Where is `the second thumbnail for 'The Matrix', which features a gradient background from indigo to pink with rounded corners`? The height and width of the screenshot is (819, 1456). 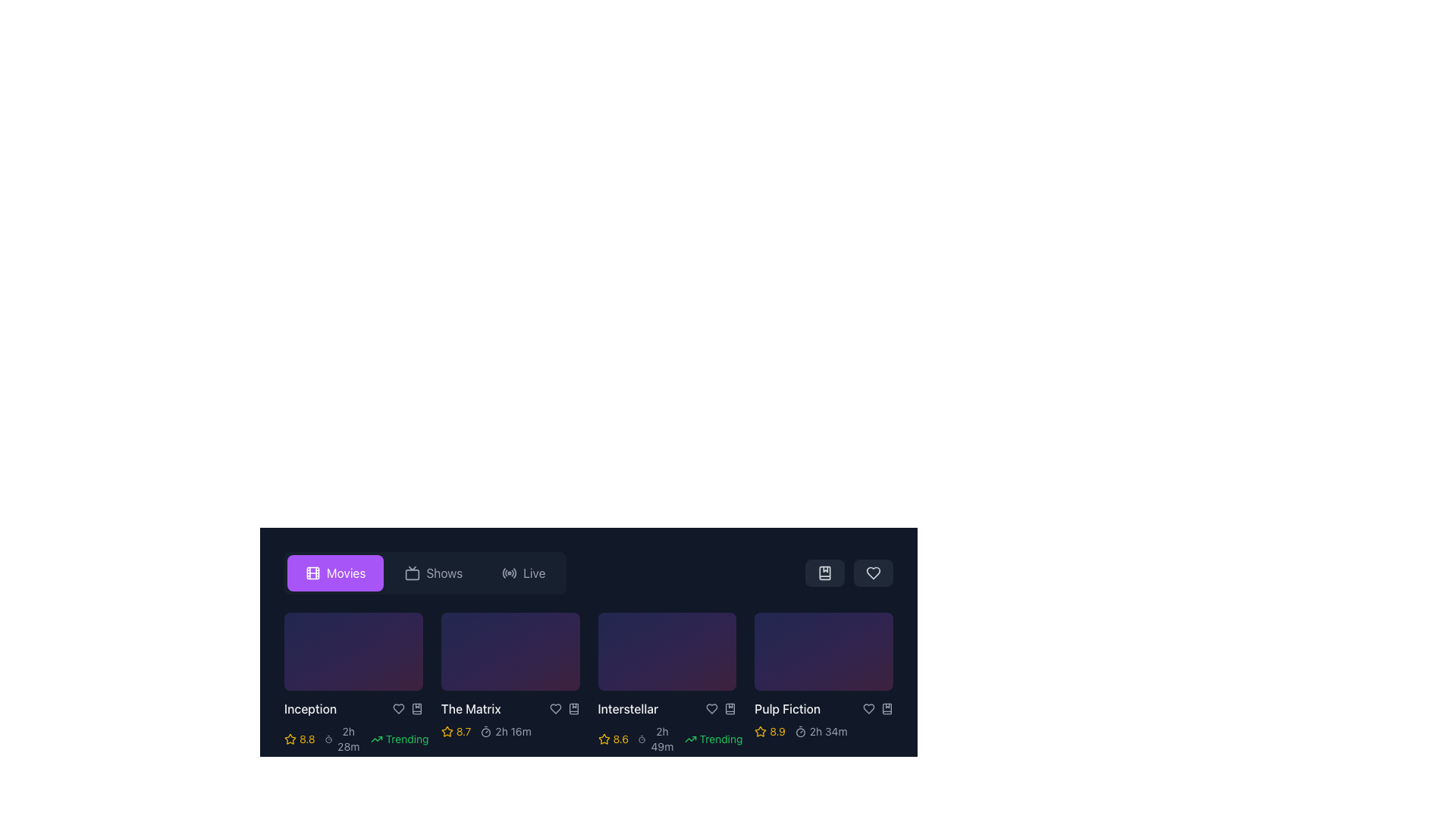
the second thumbnail for 'The Matrix', which features a gradient background from indigo to pink with rounded corners is located at coordinates (510, 651).